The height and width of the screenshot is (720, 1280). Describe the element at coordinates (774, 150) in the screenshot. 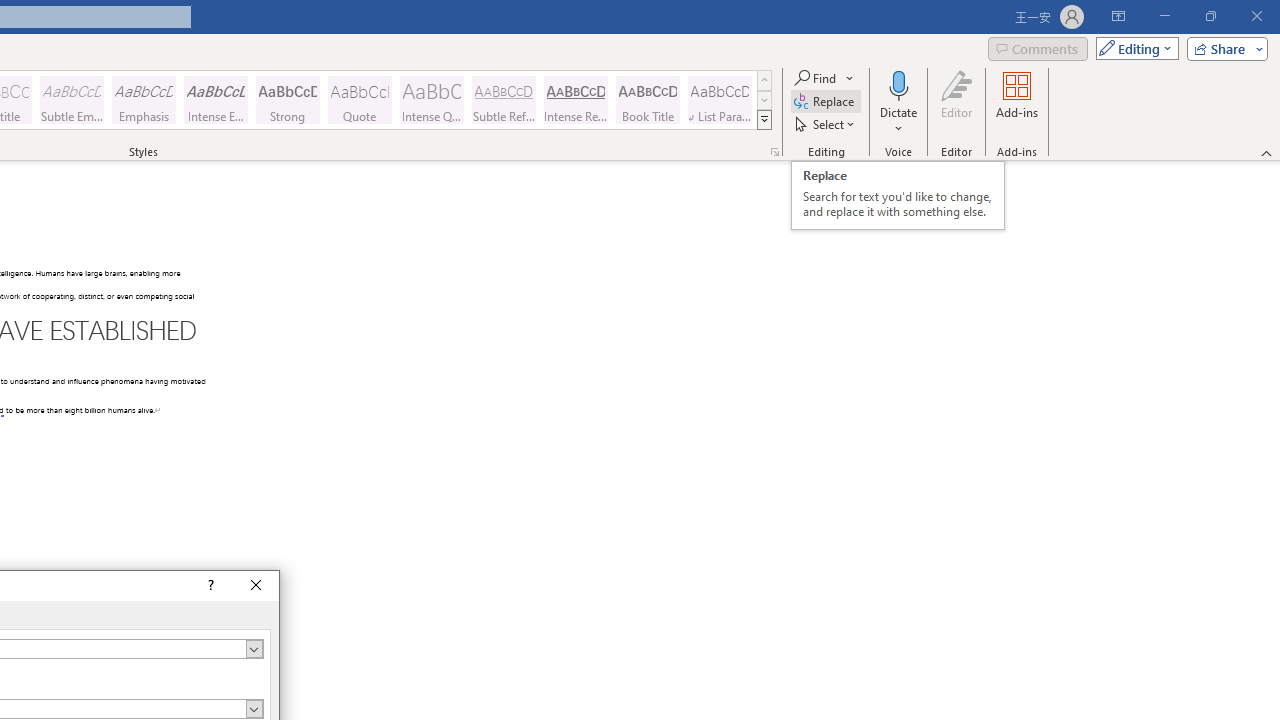

I see `'Styles...'` at that location.